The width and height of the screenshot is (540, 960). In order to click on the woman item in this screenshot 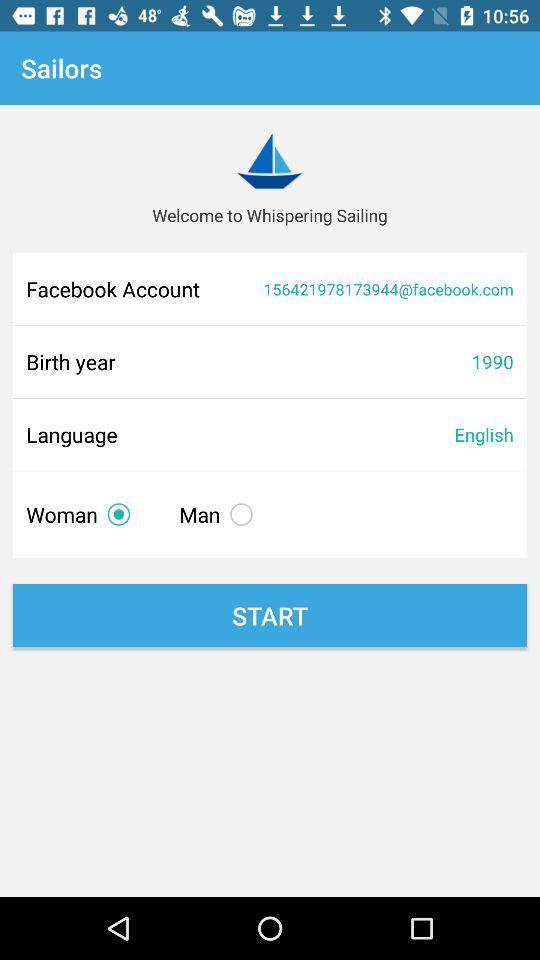, I will do `click(82, 513)`.